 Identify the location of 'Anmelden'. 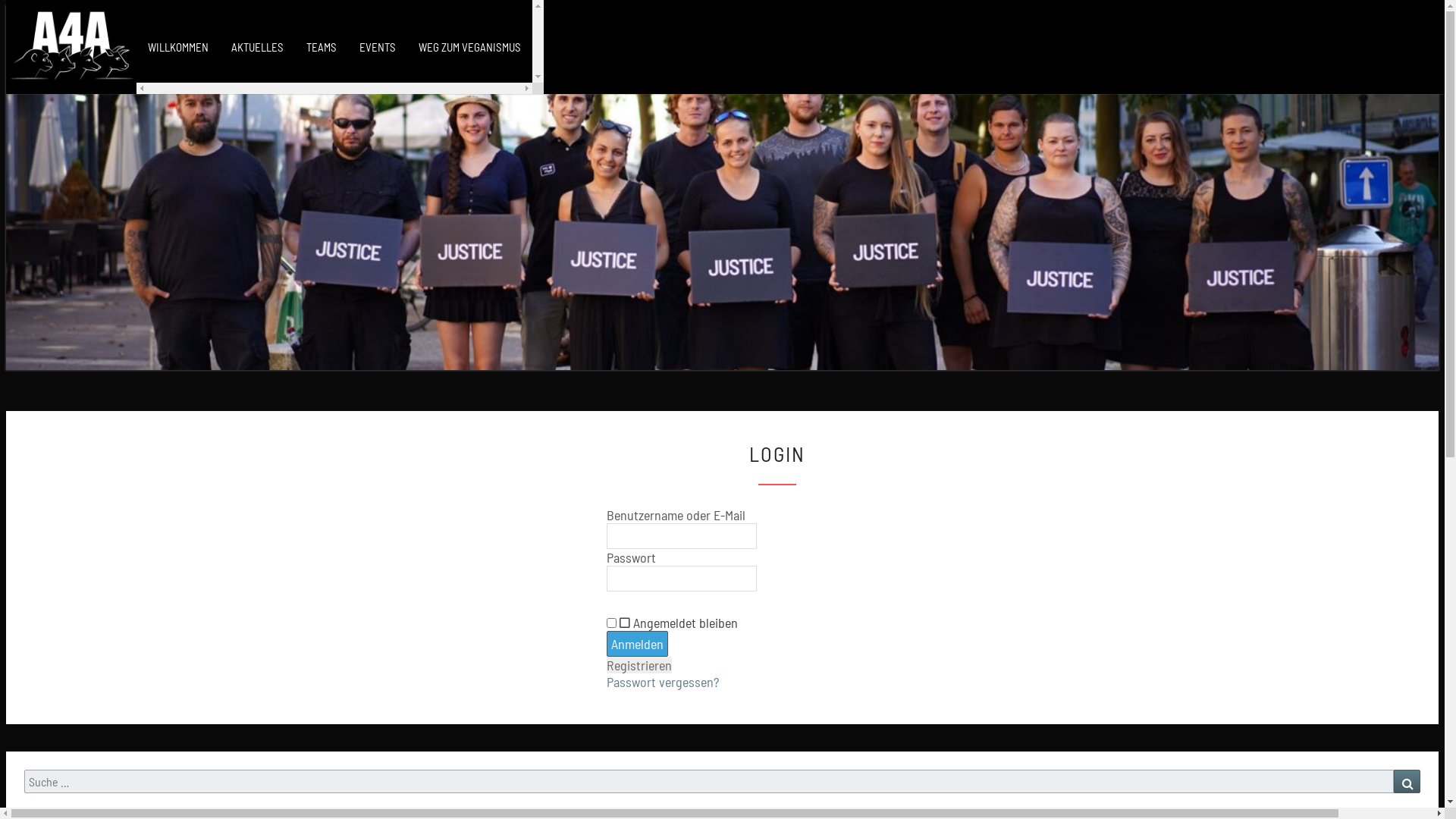
(637, 643).